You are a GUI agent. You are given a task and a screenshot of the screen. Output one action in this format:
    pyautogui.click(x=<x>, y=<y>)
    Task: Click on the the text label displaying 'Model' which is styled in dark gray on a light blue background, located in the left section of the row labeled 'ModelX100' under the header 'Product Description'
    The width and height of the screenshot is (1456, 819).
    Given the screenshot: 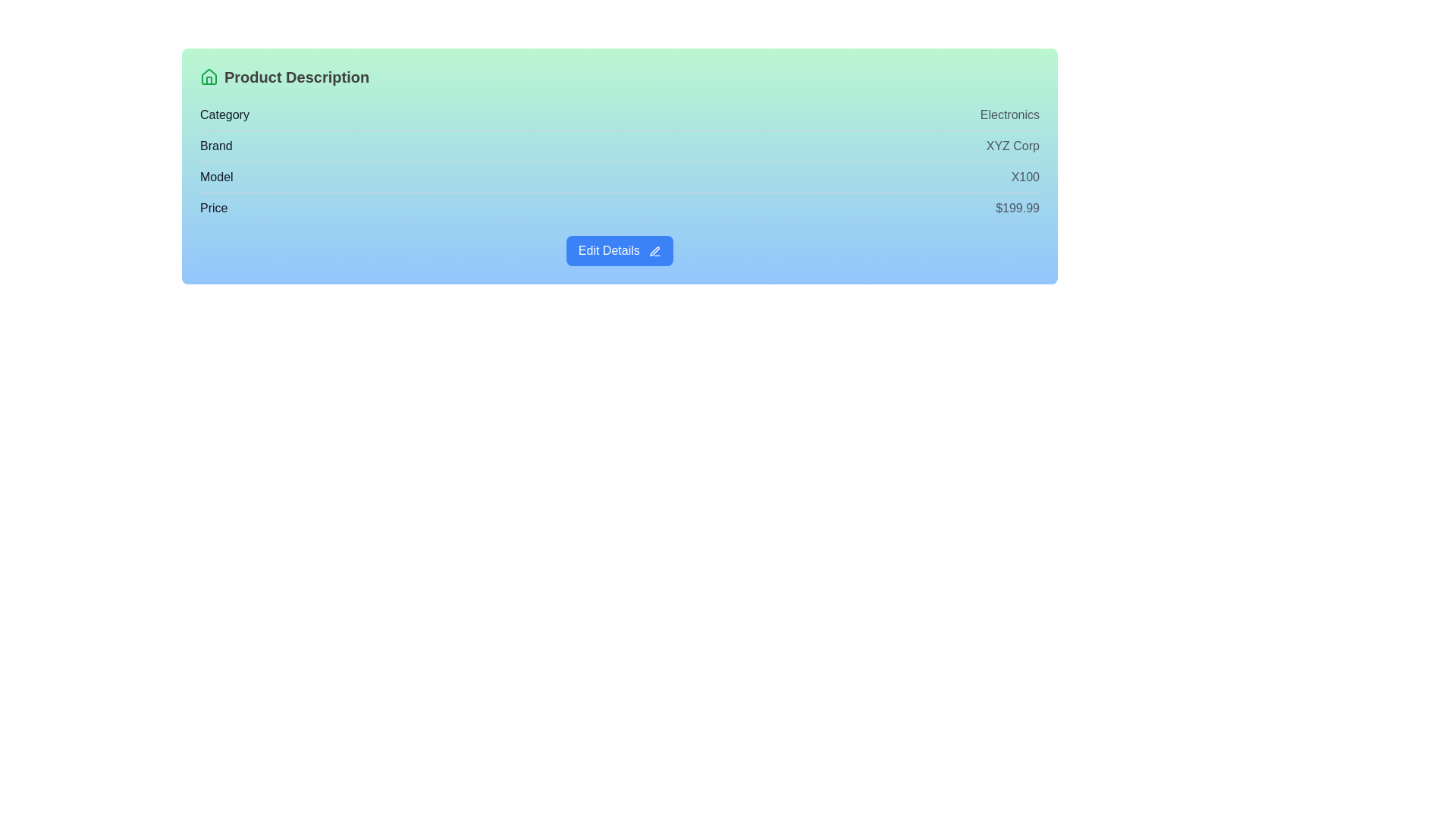 What is the action you would take?
    pyautogui.click(x=215, y=177)
    